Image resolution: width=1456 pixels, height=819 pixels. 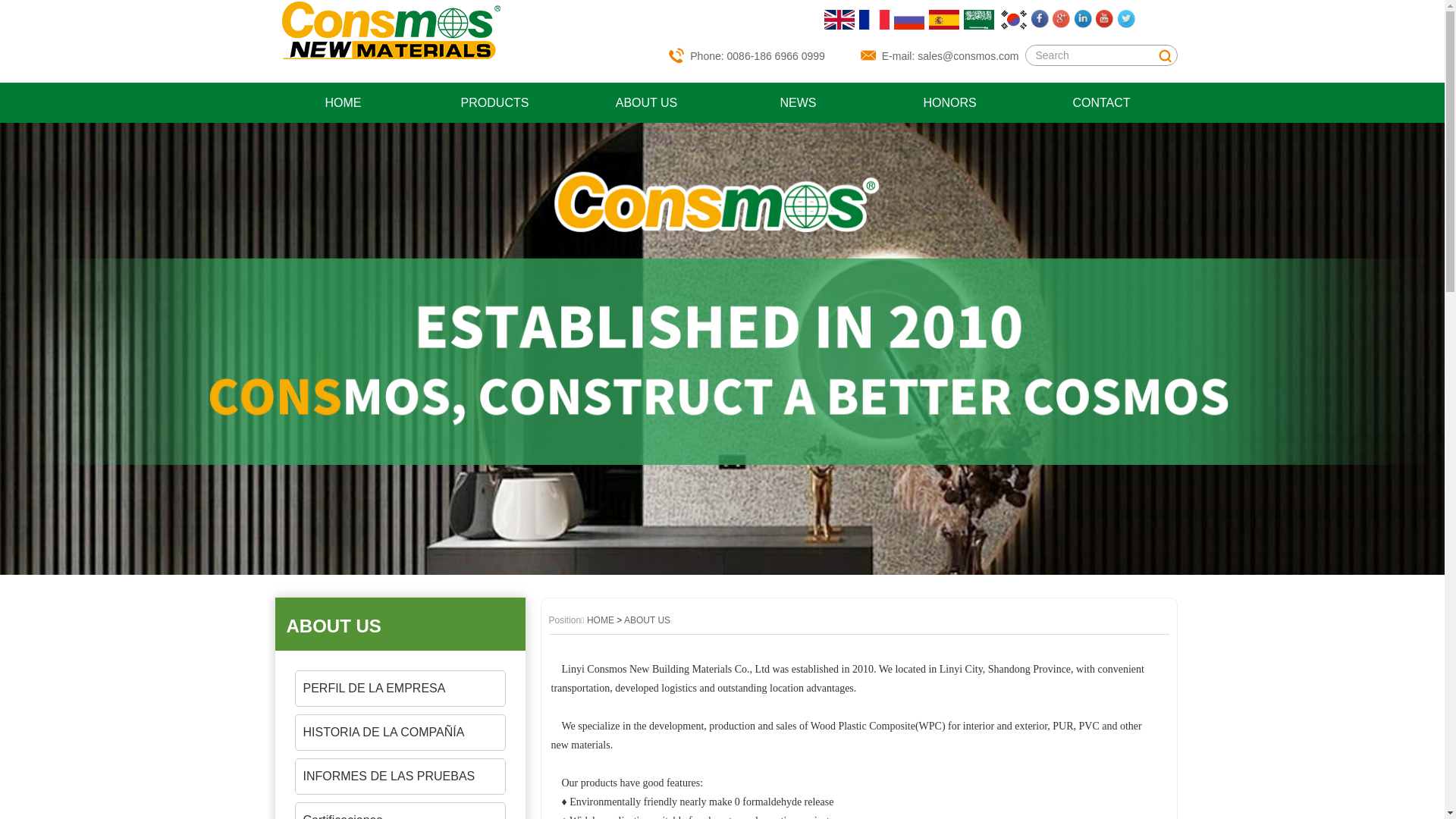 I want to click on 'CONTACT', so click(x=1100, y=102).